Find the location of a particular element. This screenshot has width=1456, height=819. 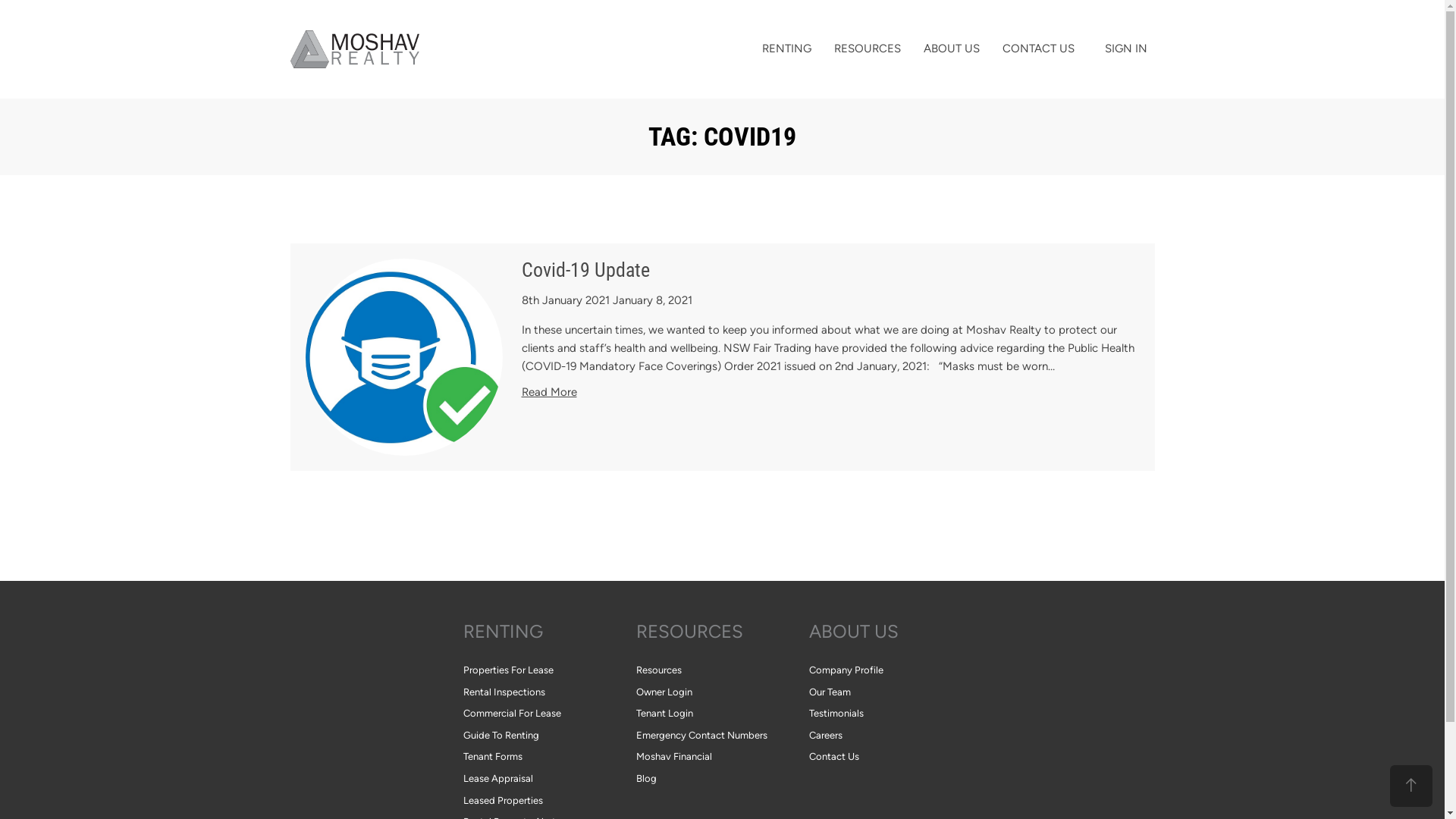

'Contact Us' is located at coordinates (807, 757).